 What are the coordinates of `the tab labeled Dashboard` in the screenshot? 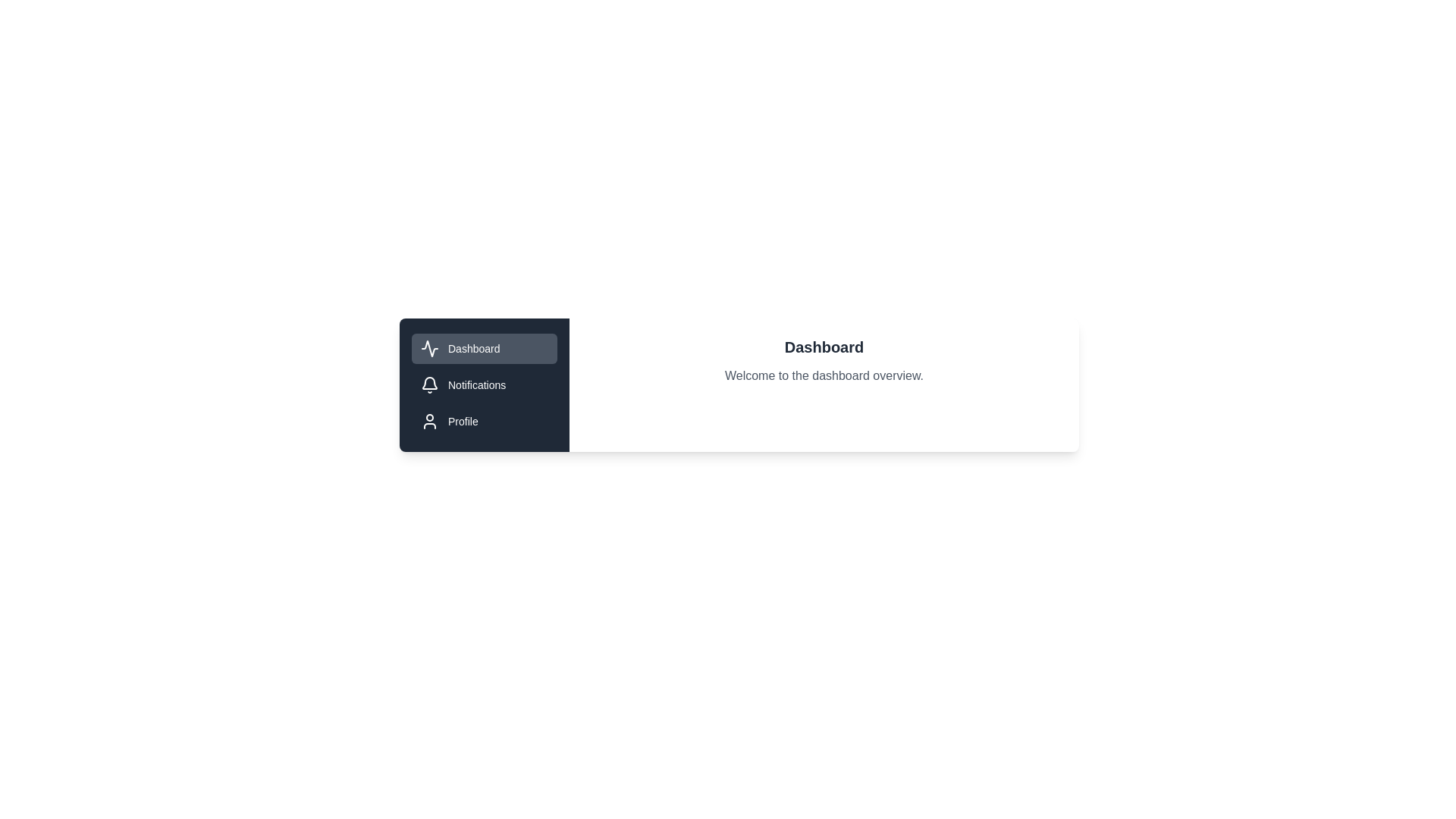 It's located at (483, 348).